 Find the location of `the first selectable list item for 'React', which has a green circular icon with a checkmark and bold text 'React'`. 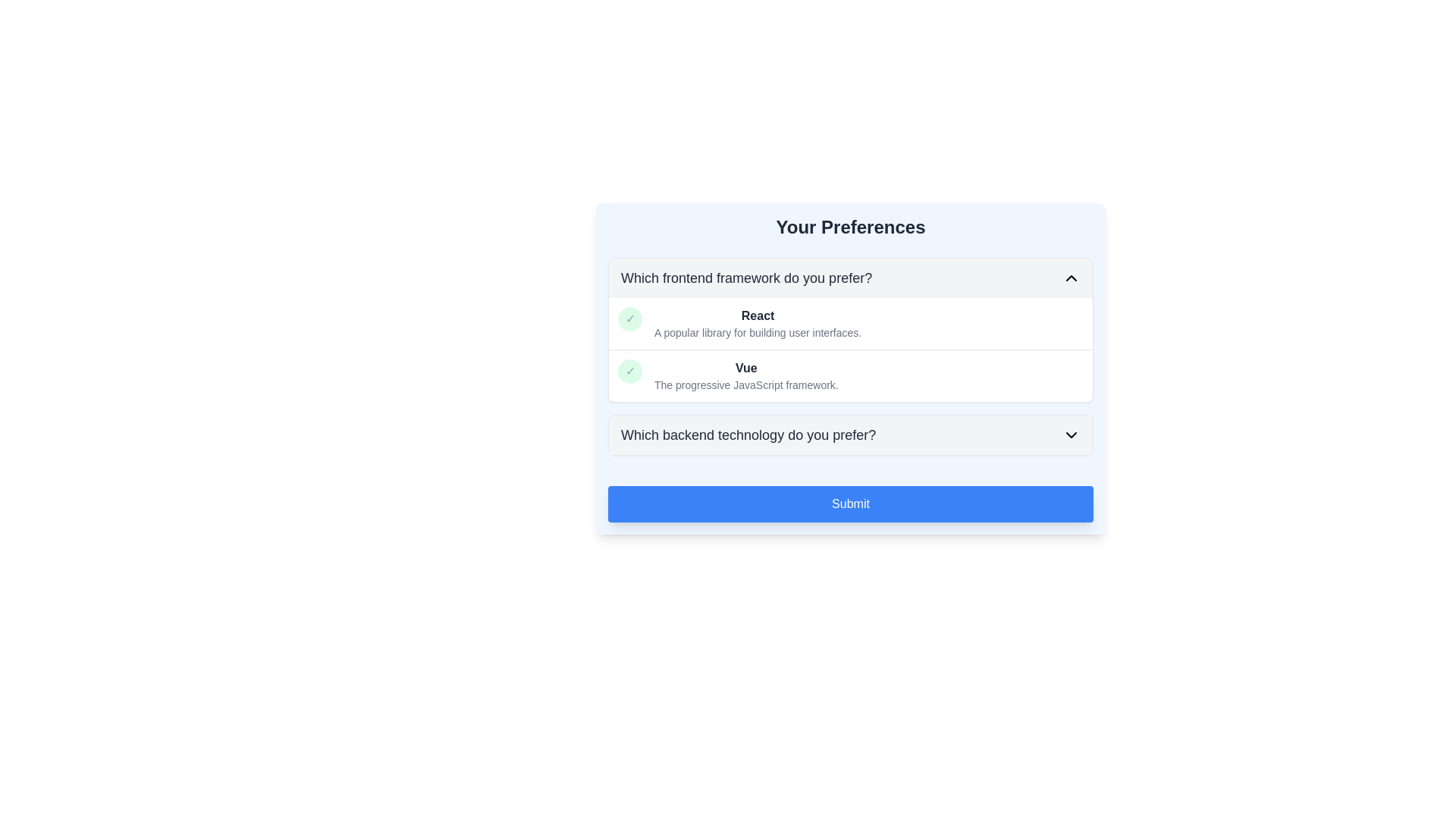

the first selectable list item for 'React', which has a green circular icon with a checkmark and bold text 'React' is located at coordinates (851, 323).